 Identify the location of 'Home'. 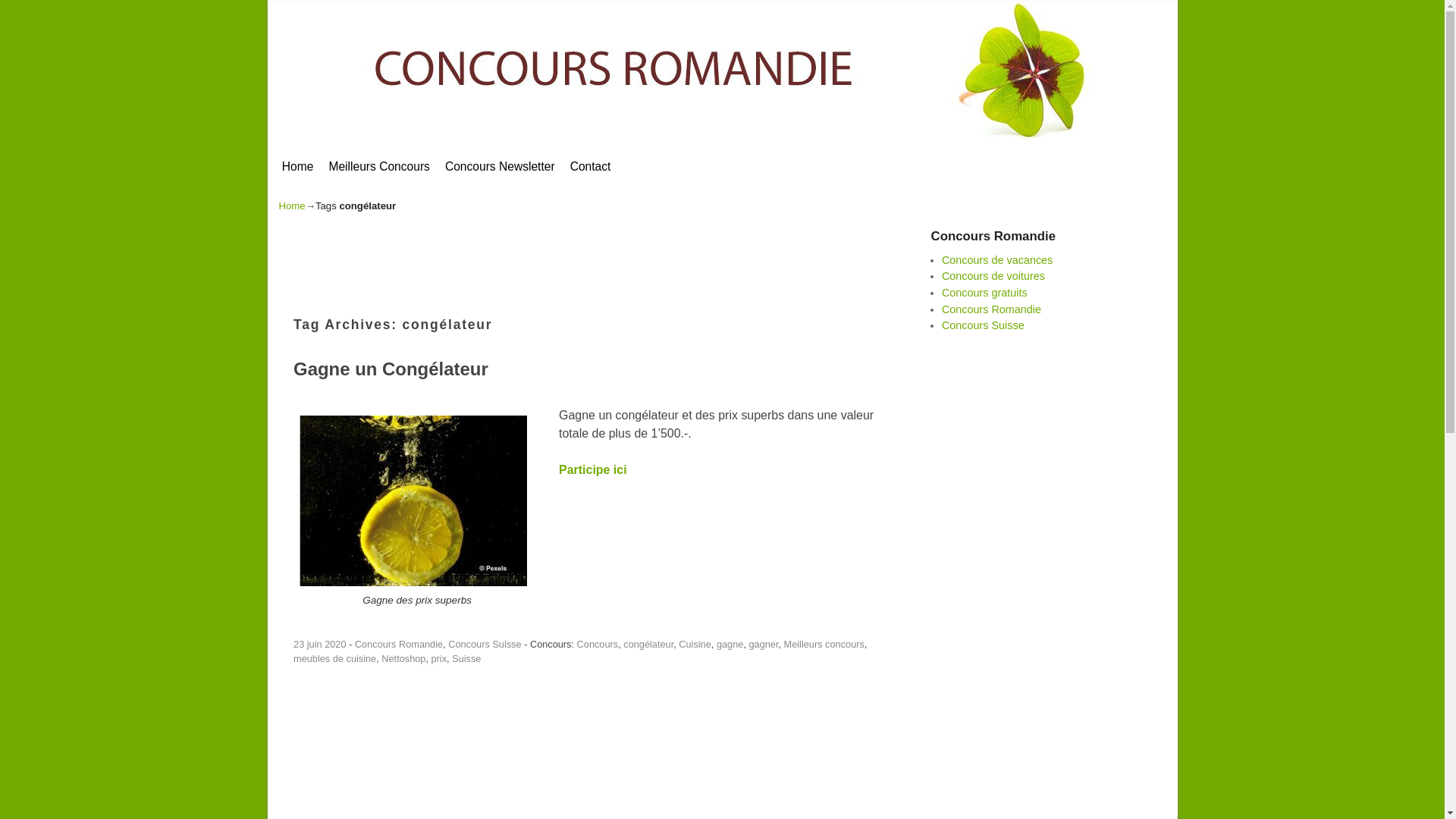
(292, 206).